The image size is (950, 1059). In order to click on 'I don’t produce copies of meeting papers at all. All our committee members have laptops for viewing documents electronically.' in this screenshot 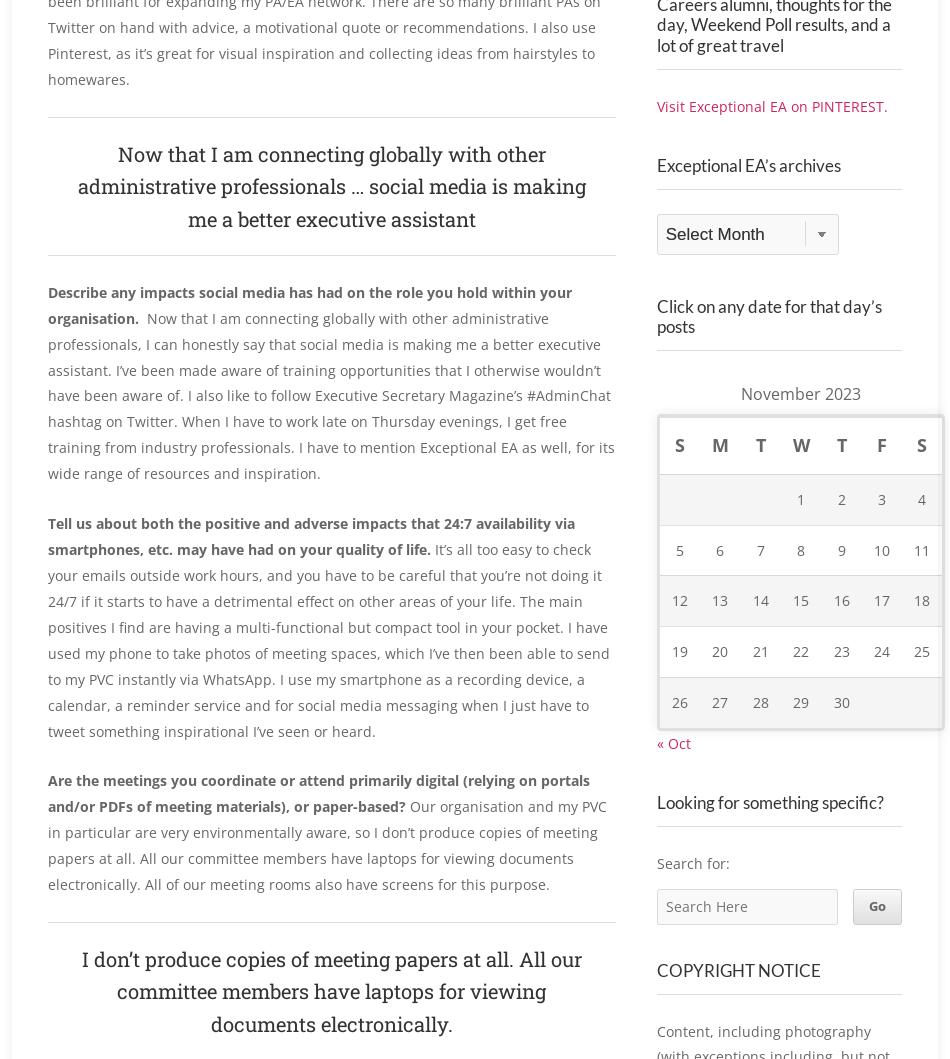, I will do `click(329, 990)`.